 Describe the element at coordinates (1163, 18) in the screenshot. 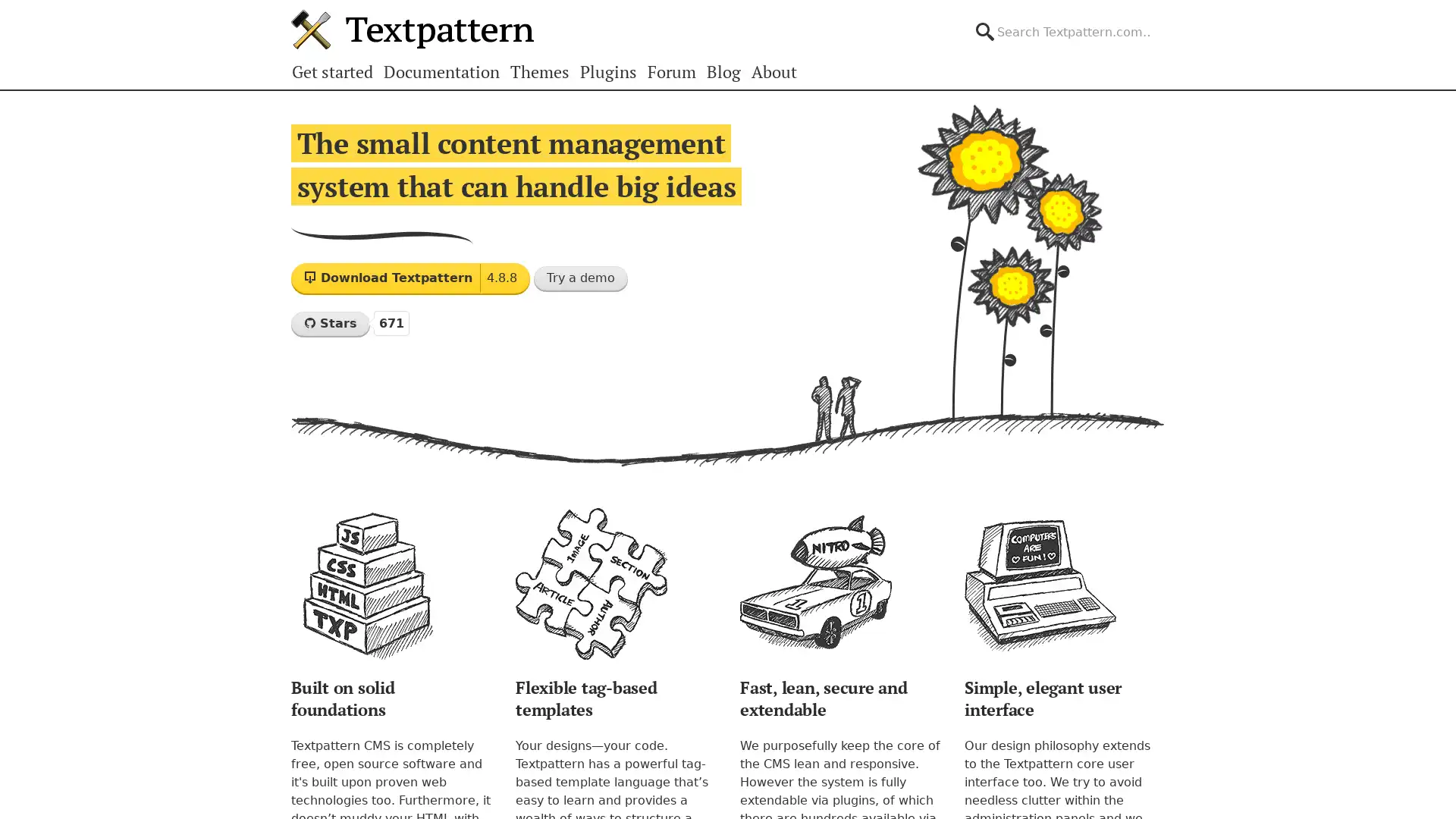

I see `Submit Search` at that location.